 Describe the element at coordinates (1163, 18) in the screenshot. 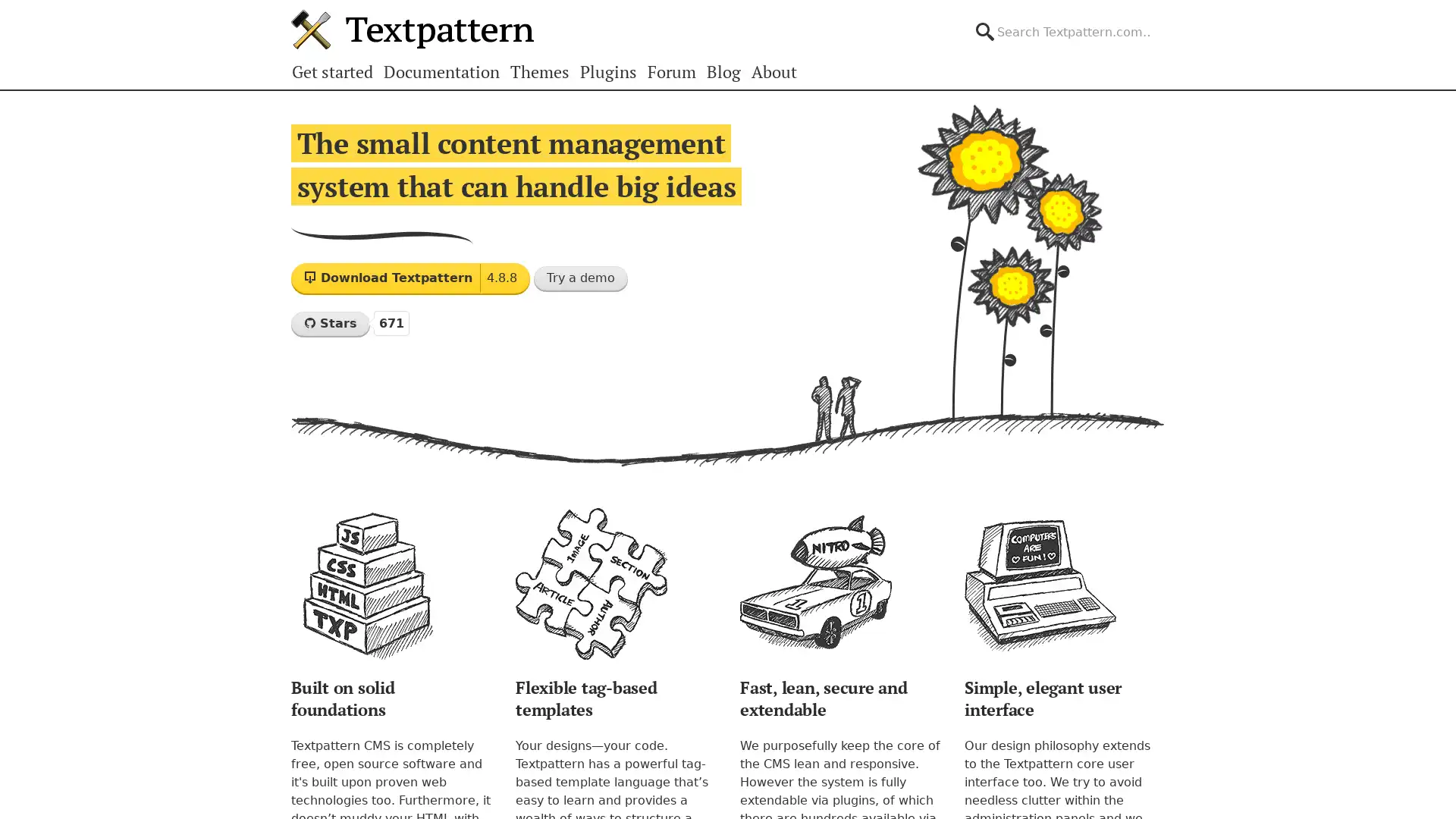

I see `Submit Search` at that location.